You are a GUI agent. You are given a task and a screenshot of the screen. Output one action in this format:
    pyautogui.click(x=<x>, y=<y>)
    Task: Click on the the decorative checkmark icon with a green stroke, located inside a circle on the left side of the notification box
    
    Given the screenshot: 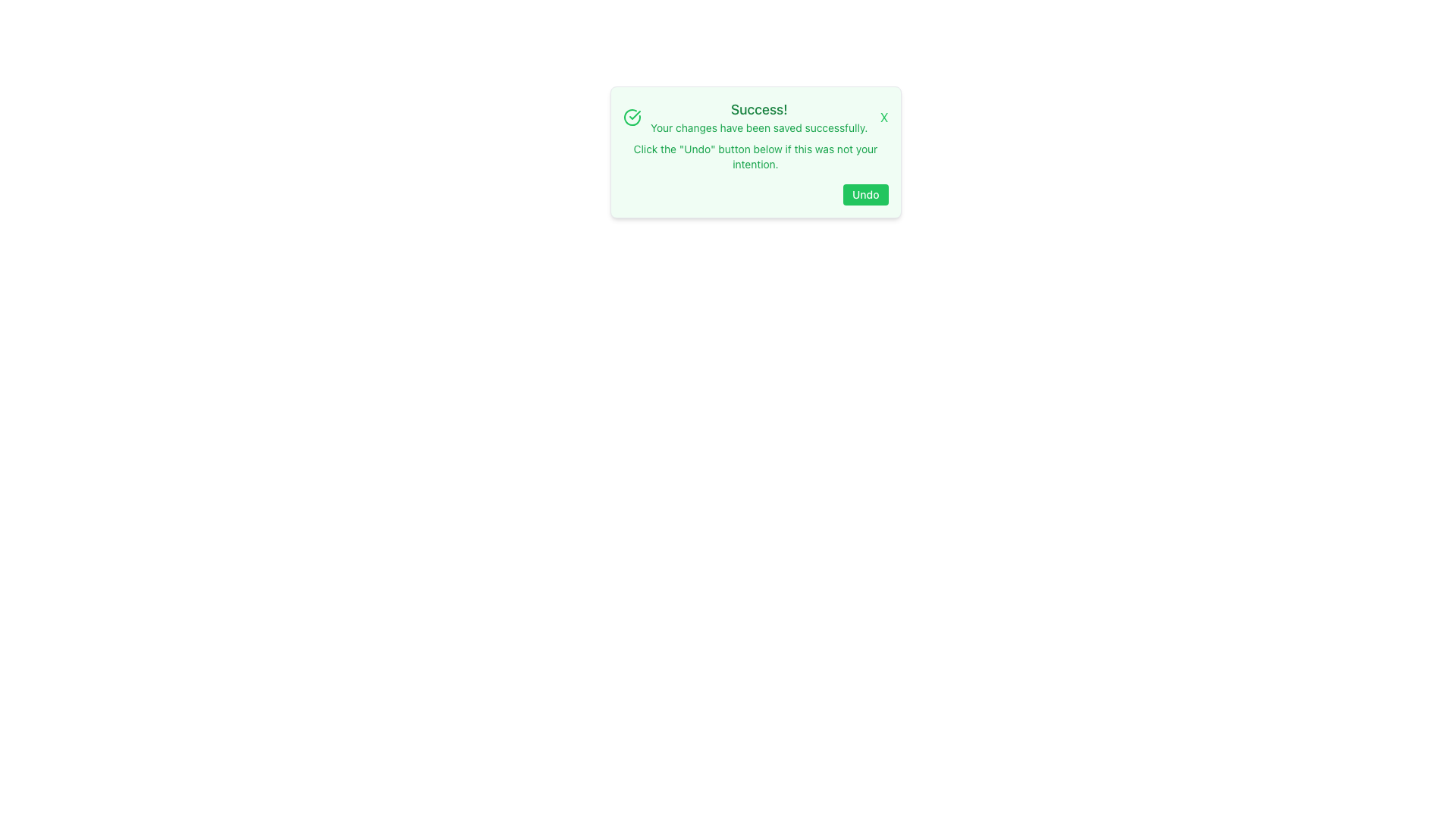 What is the action you would take?
    pyautogui.click(x=634, y=114)
    